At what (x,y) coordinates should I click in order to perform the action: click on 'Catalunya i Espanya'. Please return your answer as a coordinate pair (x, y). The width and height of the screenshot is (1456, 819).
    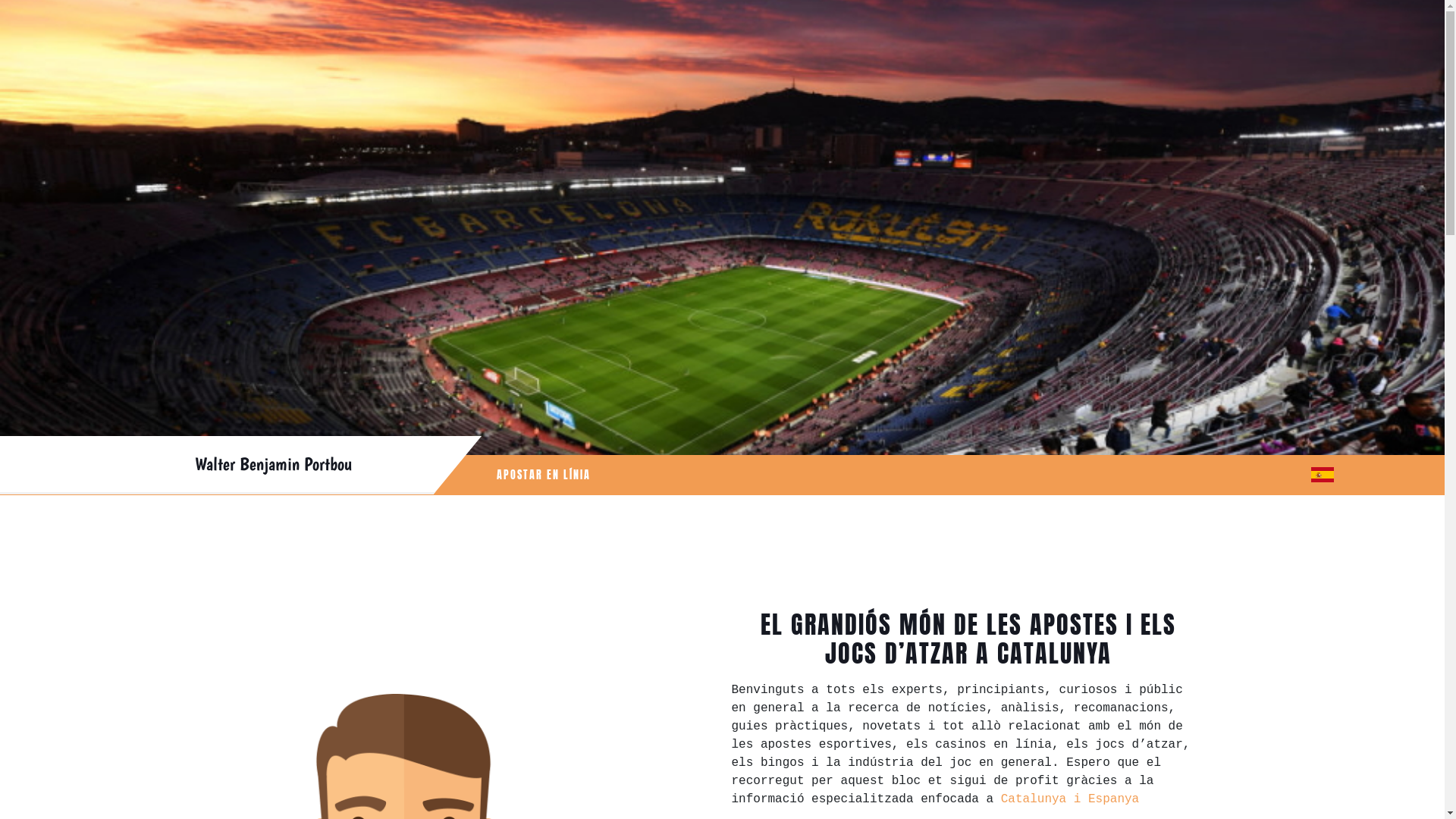
    Looking at the image, I should click on (1069, 798).